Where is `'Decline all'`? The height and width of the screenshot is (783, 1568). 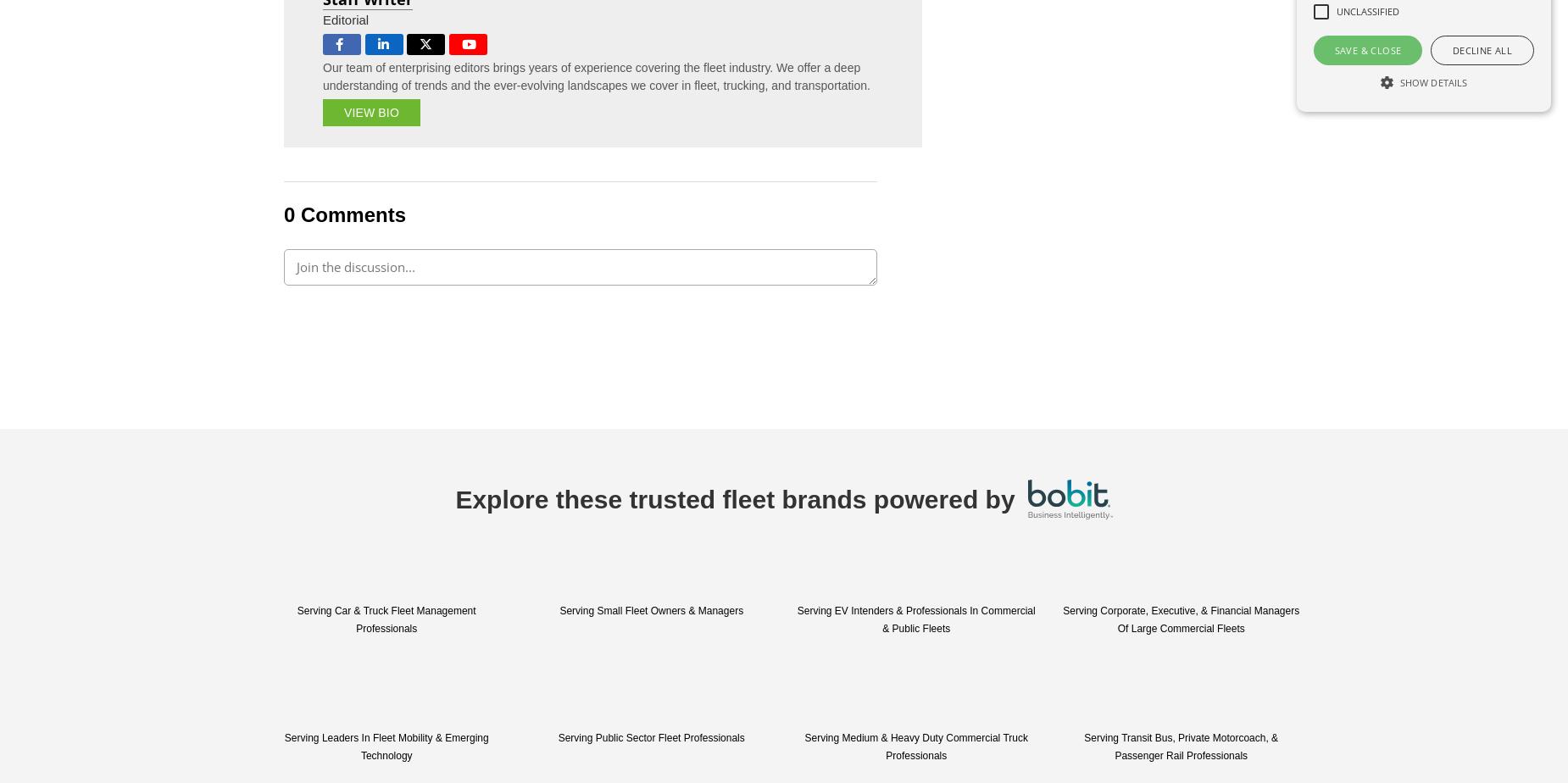 'Decline all' is located at coordinates (1482, 50).